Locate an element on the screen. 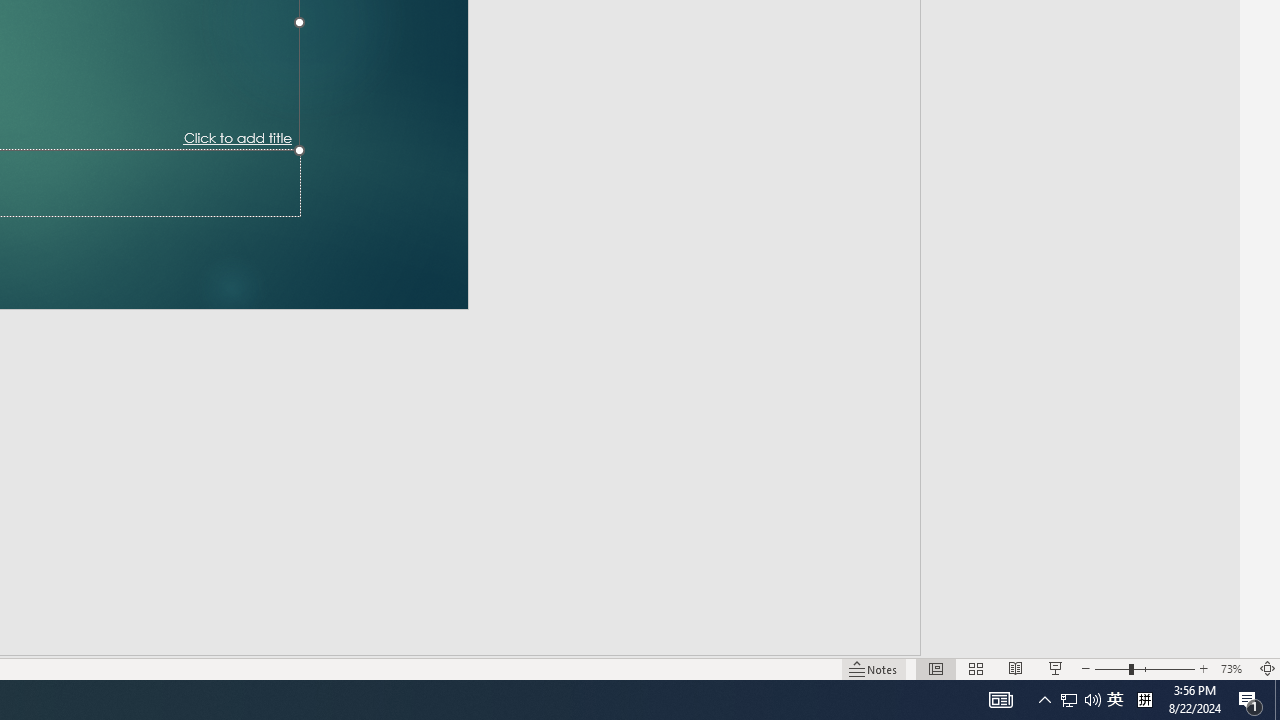 This screenshot has width=1280, height=720. 'Print Layout' is located at coordinates (923, 640).